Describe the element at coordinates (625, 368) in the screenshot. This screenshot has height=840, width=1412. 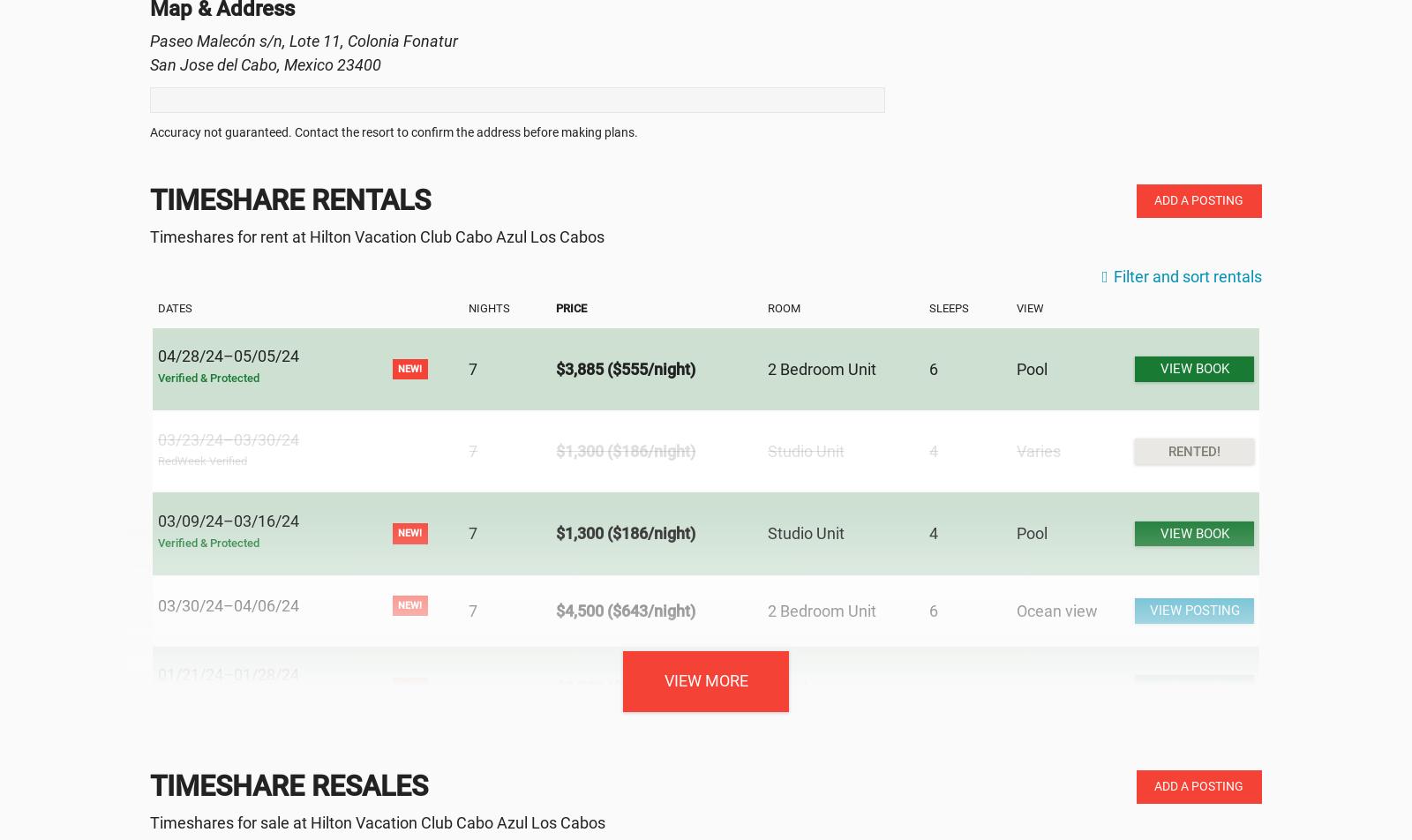
I see `'$3,885 ($555/night)'` at that location.